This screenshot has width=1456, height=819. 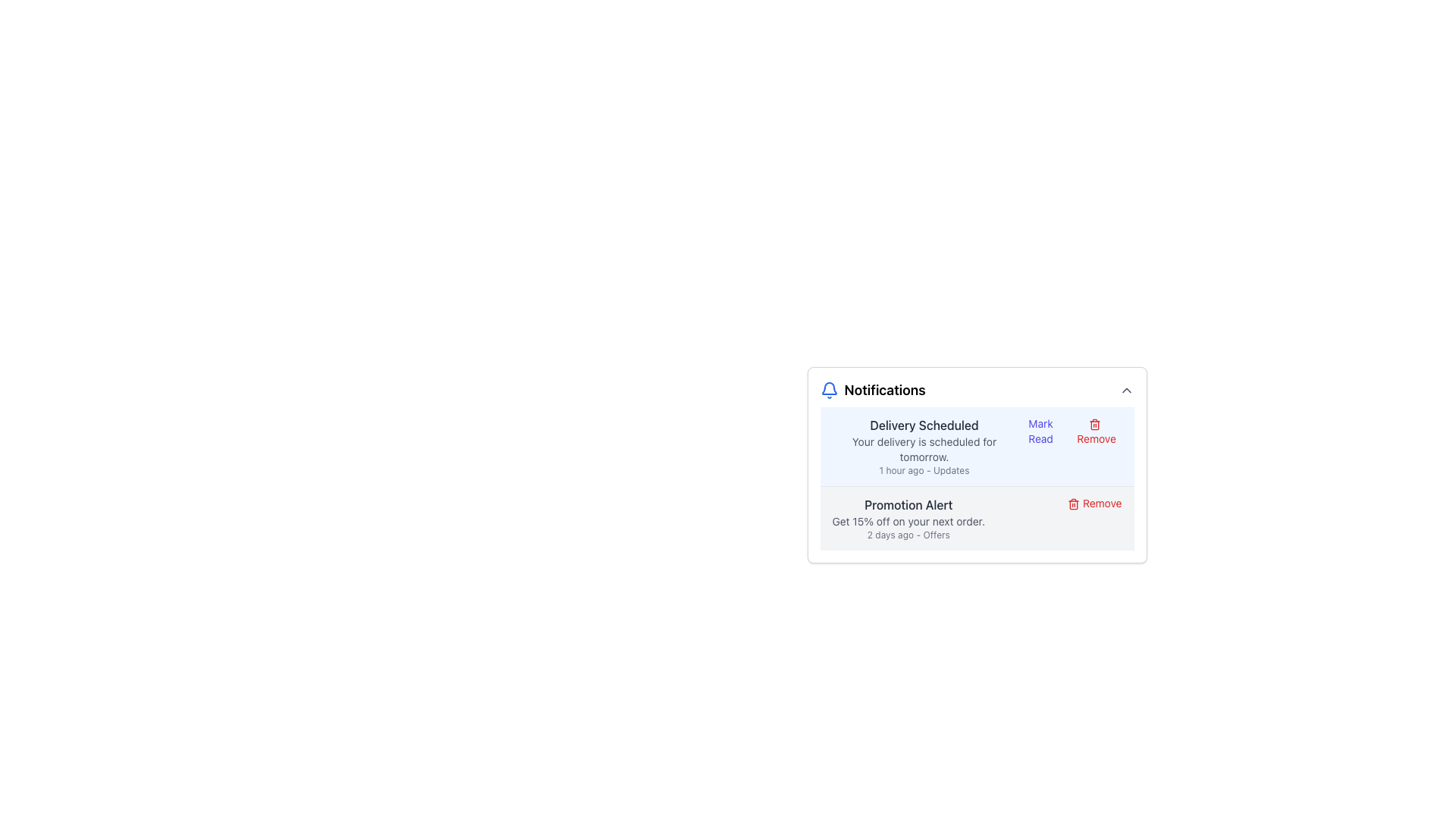 What do you see at coordinates (1094, 503) in the screenshot?
I see `the 'Remove' button with a trash bin icon located to the right of the 'Promotion Alert' notification` at bounding box center [1094, 503].